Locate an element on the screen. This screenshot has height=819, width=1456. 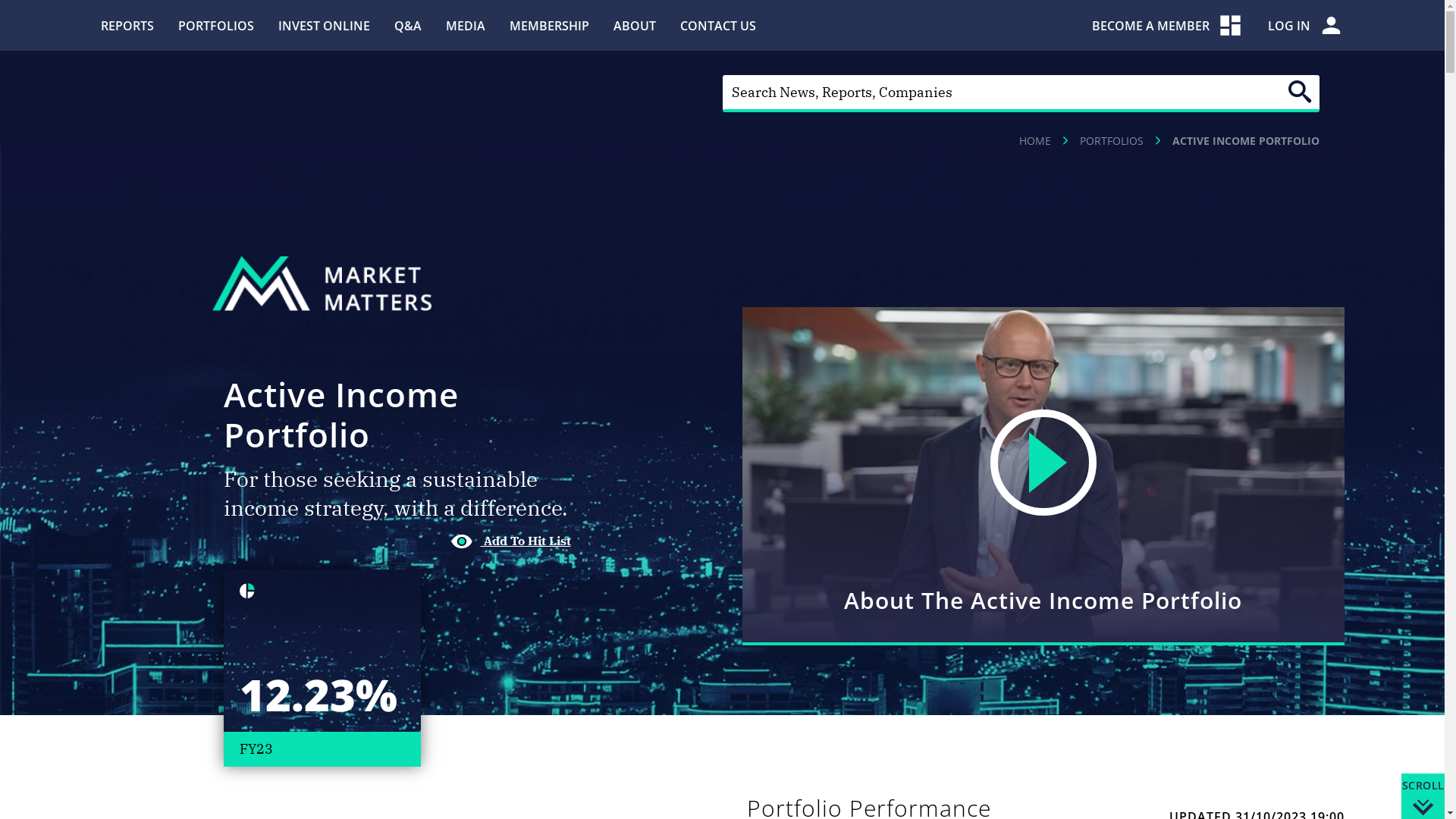
'ABOUT' is located at coordinates (633, 25).